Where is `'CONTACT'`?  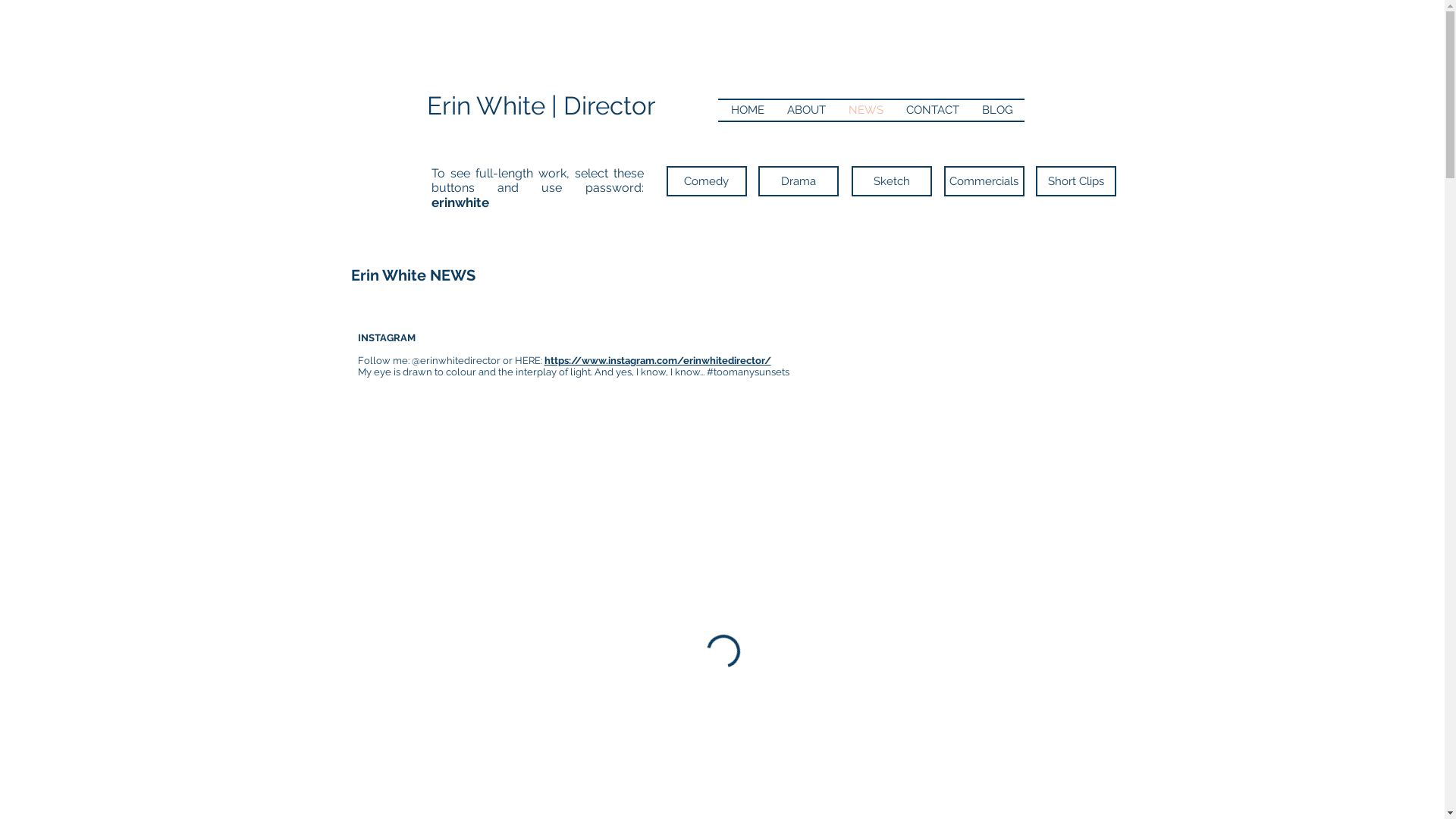 'CONTACT' is located at coordinates (931, 109).